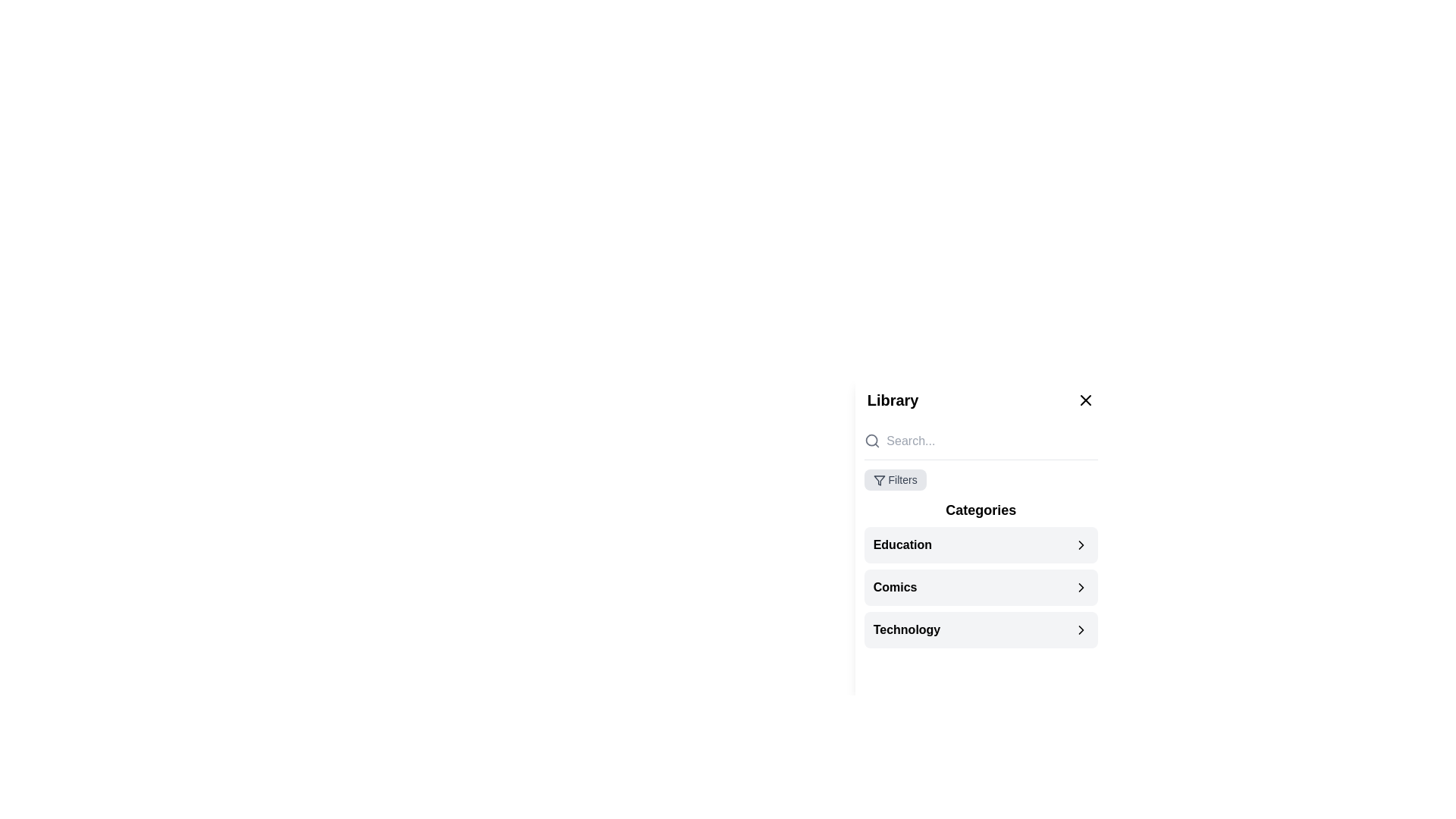 This screenshot has height=819, width=1456. I want to click on the triangular icon pointing downward located within the 'Filters' section of the 'Library' panel, so click(879, 481).